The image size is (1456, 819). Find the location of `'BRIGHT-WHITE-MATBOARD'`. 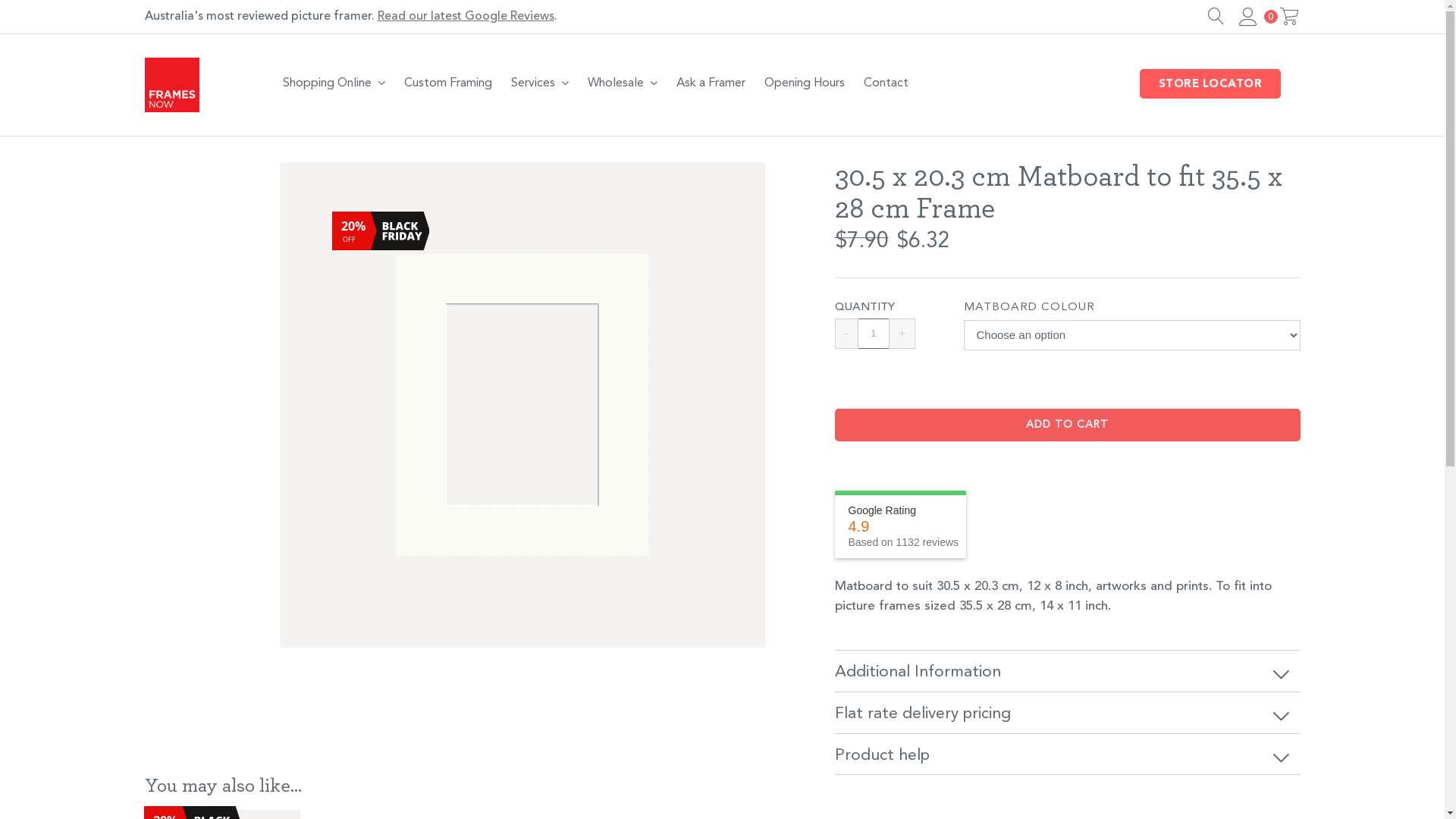

'BRIGHT-WHITE-MATBOARD' is located at coordinates (521, 403).